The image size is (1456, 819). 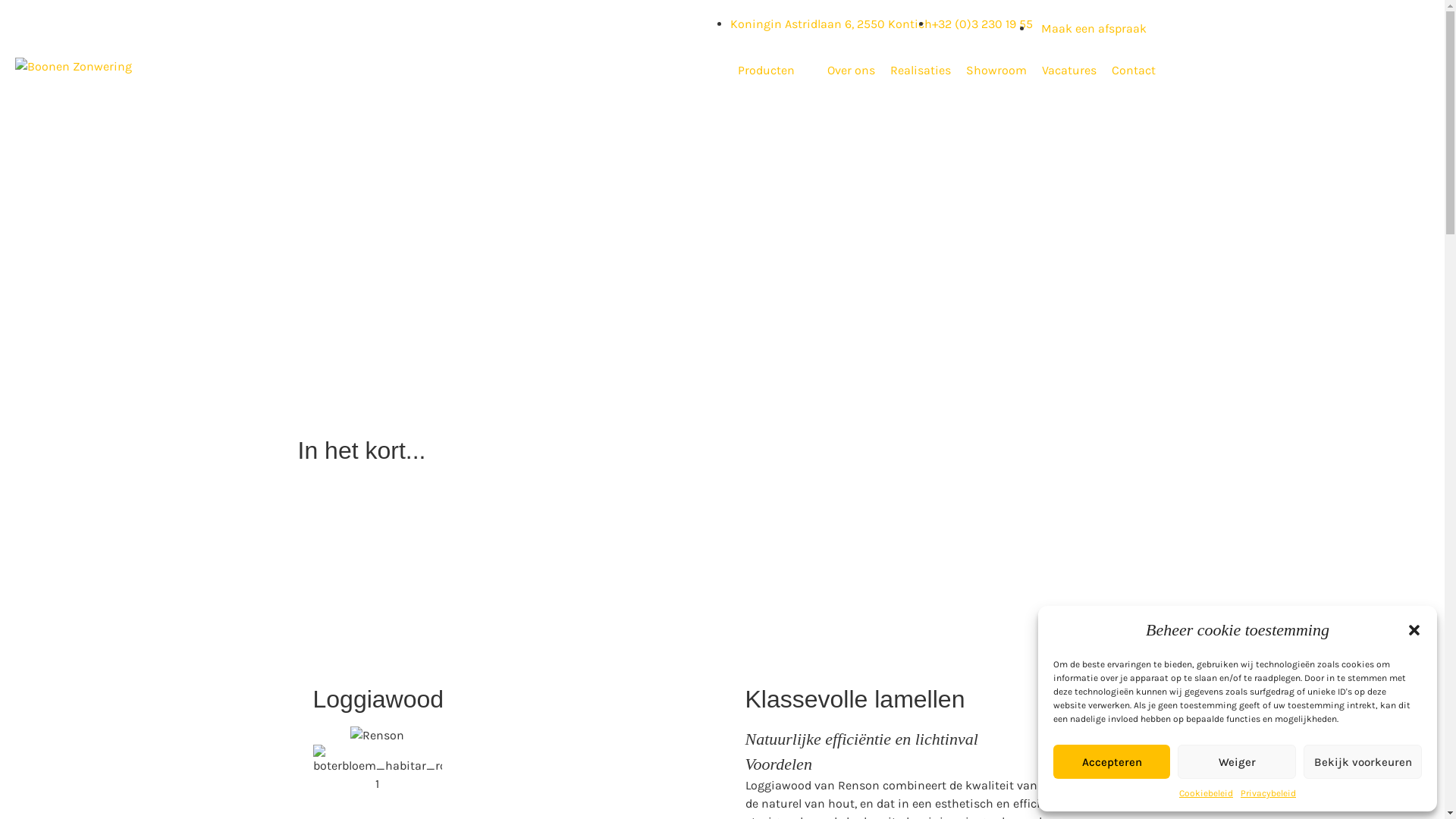 I want to click on 'Maak een afspraak', so click(x=1093, y=28).